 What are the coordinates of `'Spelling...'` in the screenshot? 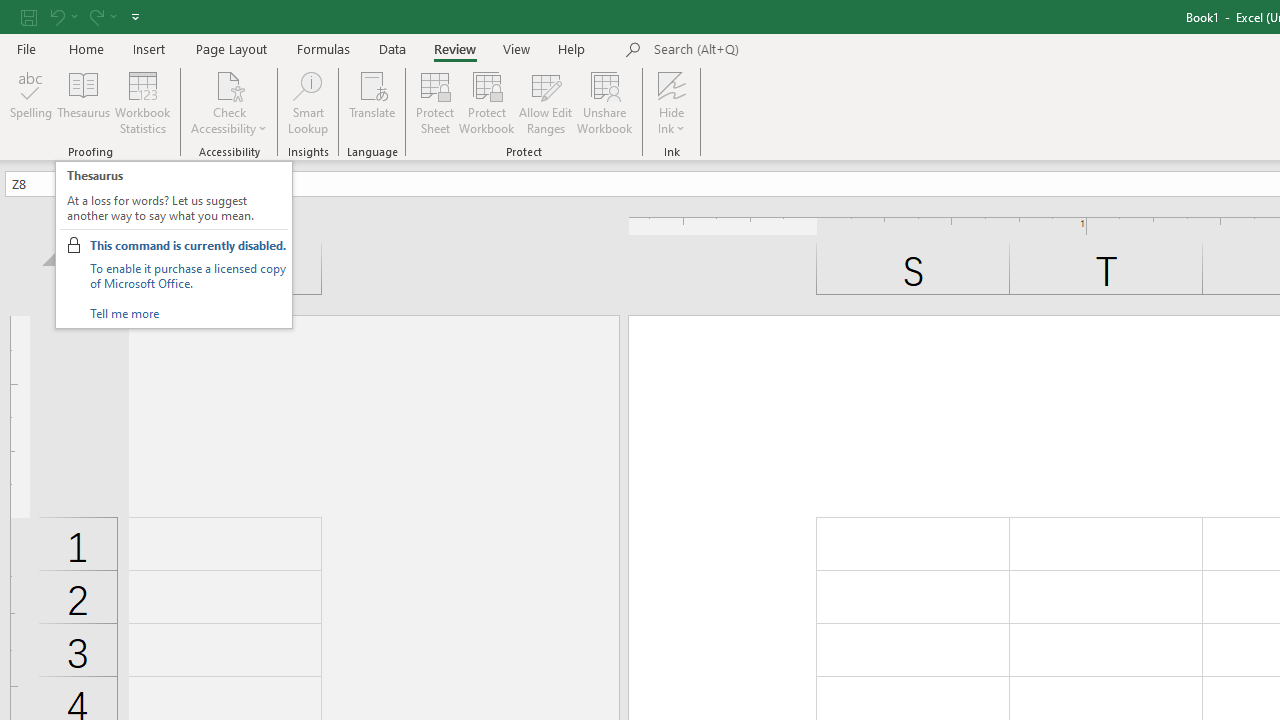 It's located at (31, 103).